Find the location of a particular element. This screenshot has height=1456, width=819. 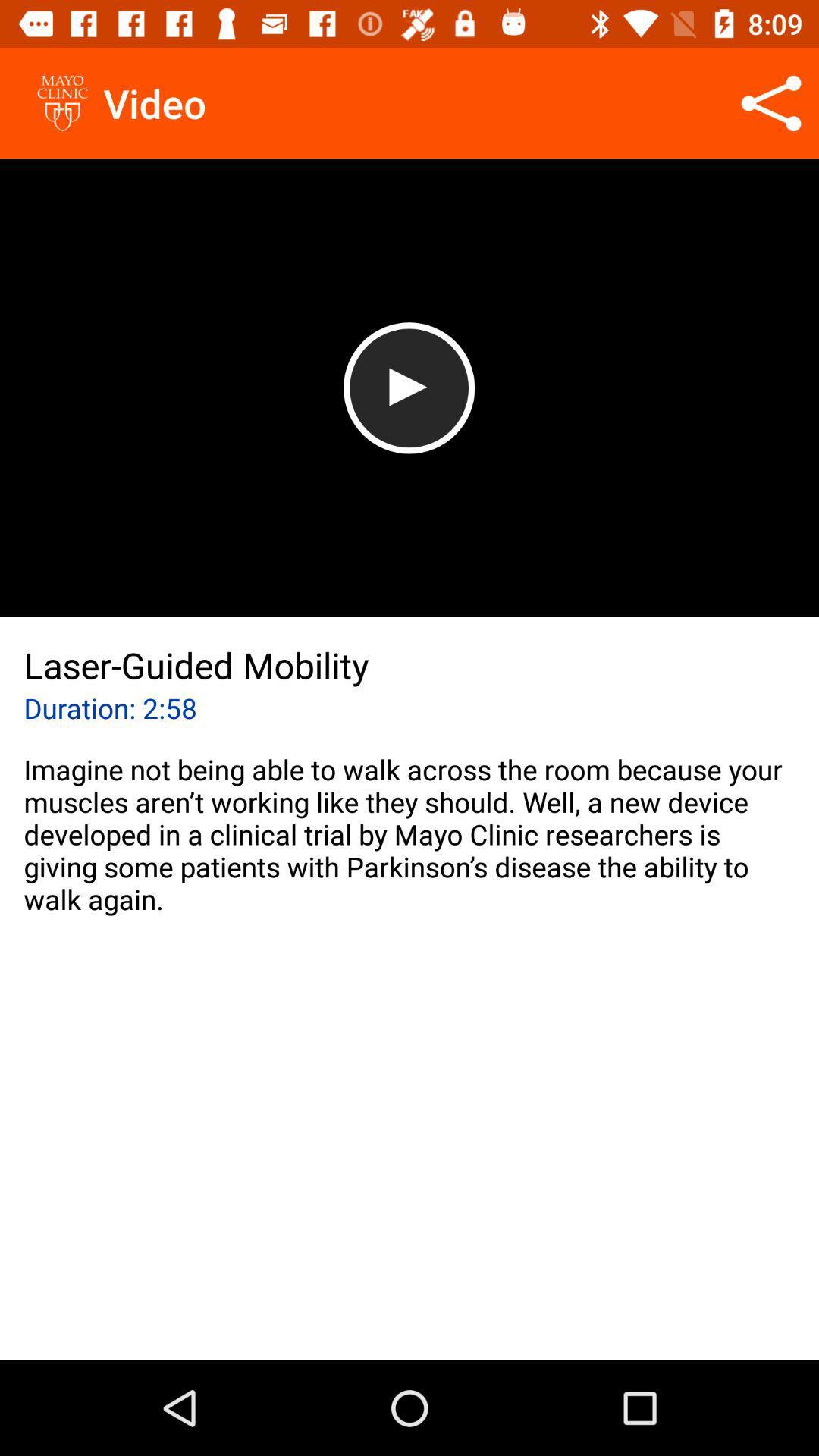

video is located at coordinates (408, 388).